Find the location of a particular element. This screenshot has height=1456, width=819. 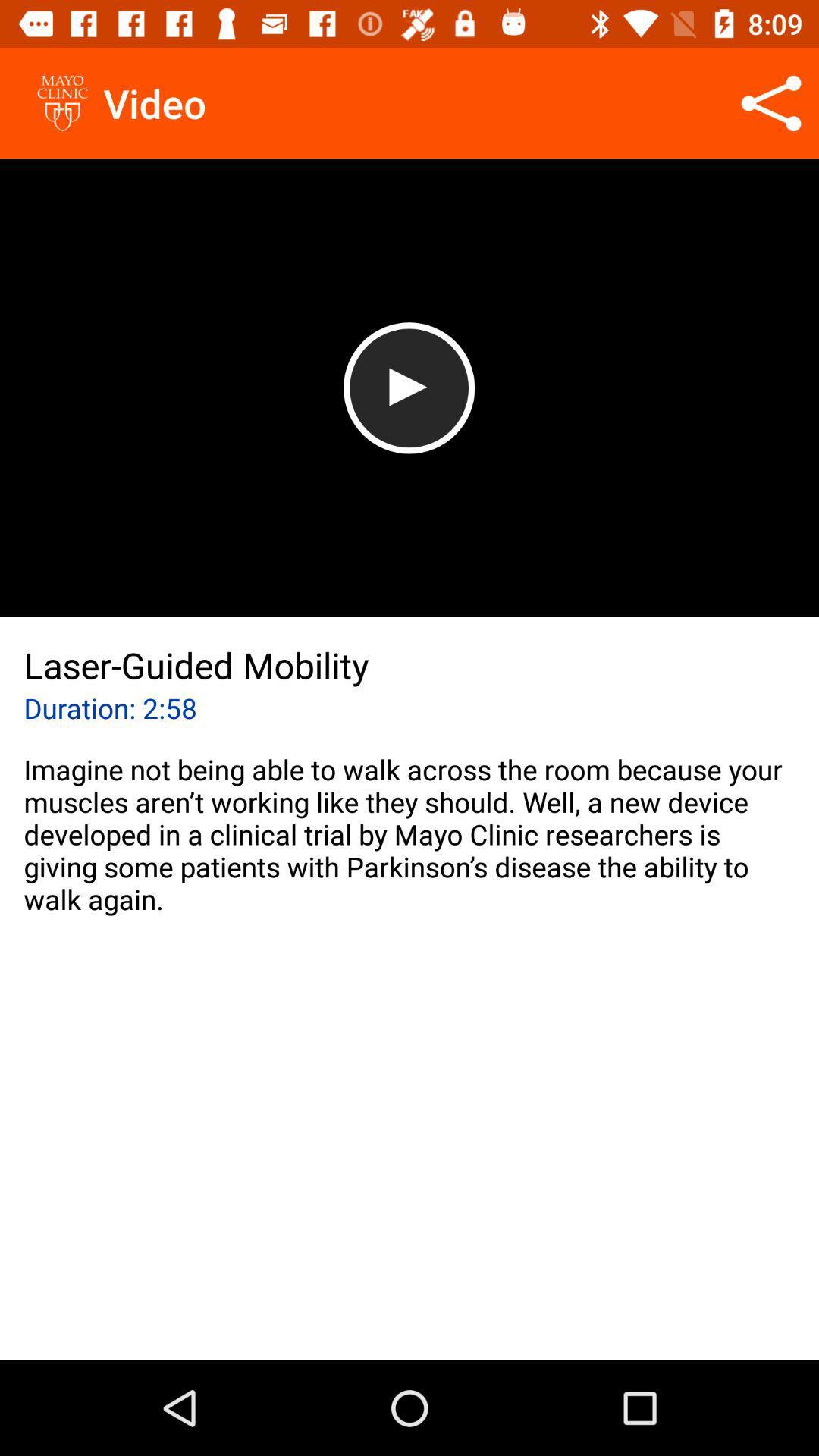

video is located at coordinates (408, 388).